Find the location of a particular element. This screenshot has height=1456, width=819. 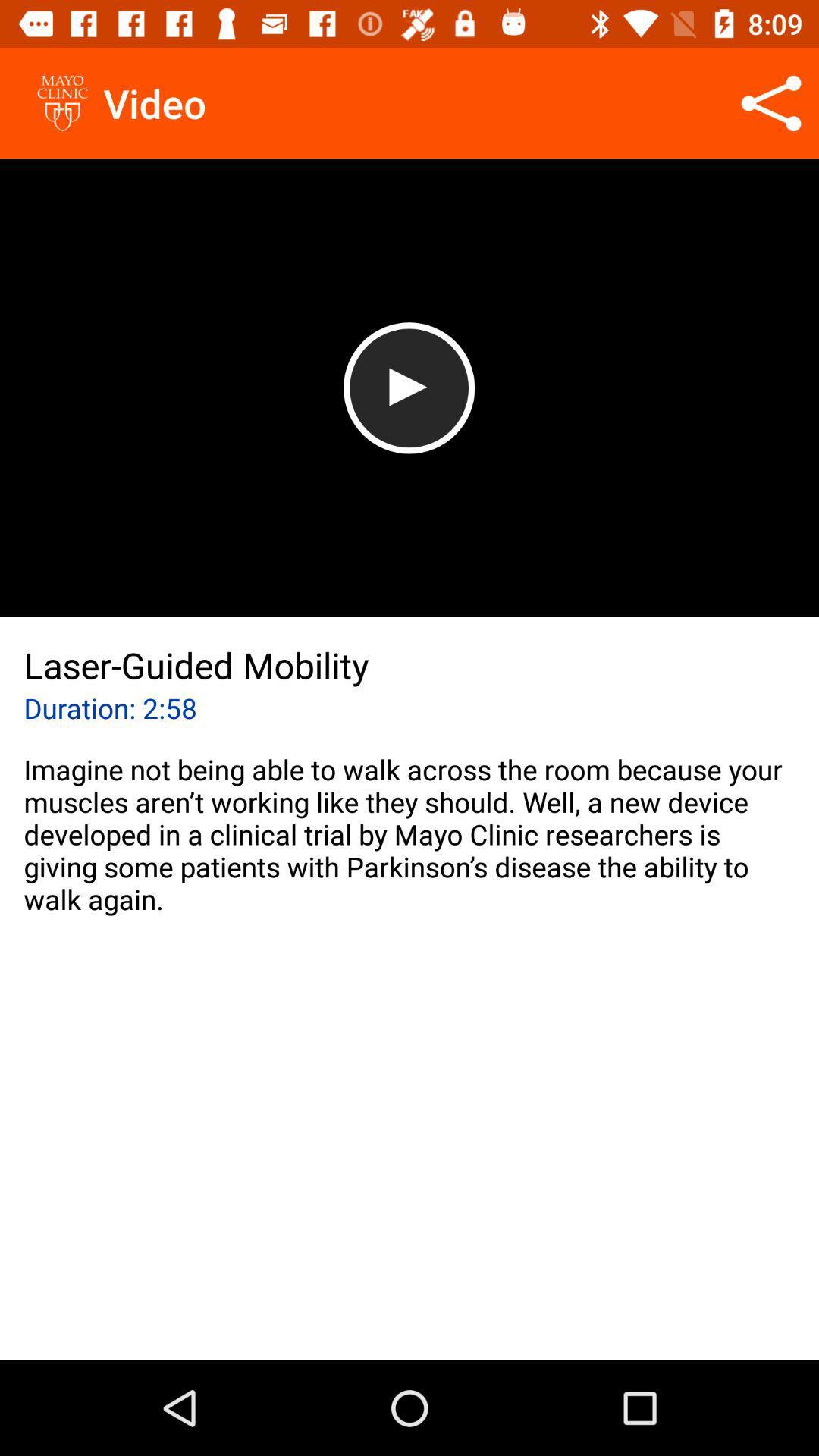

video is located at coordinates (408, 388).